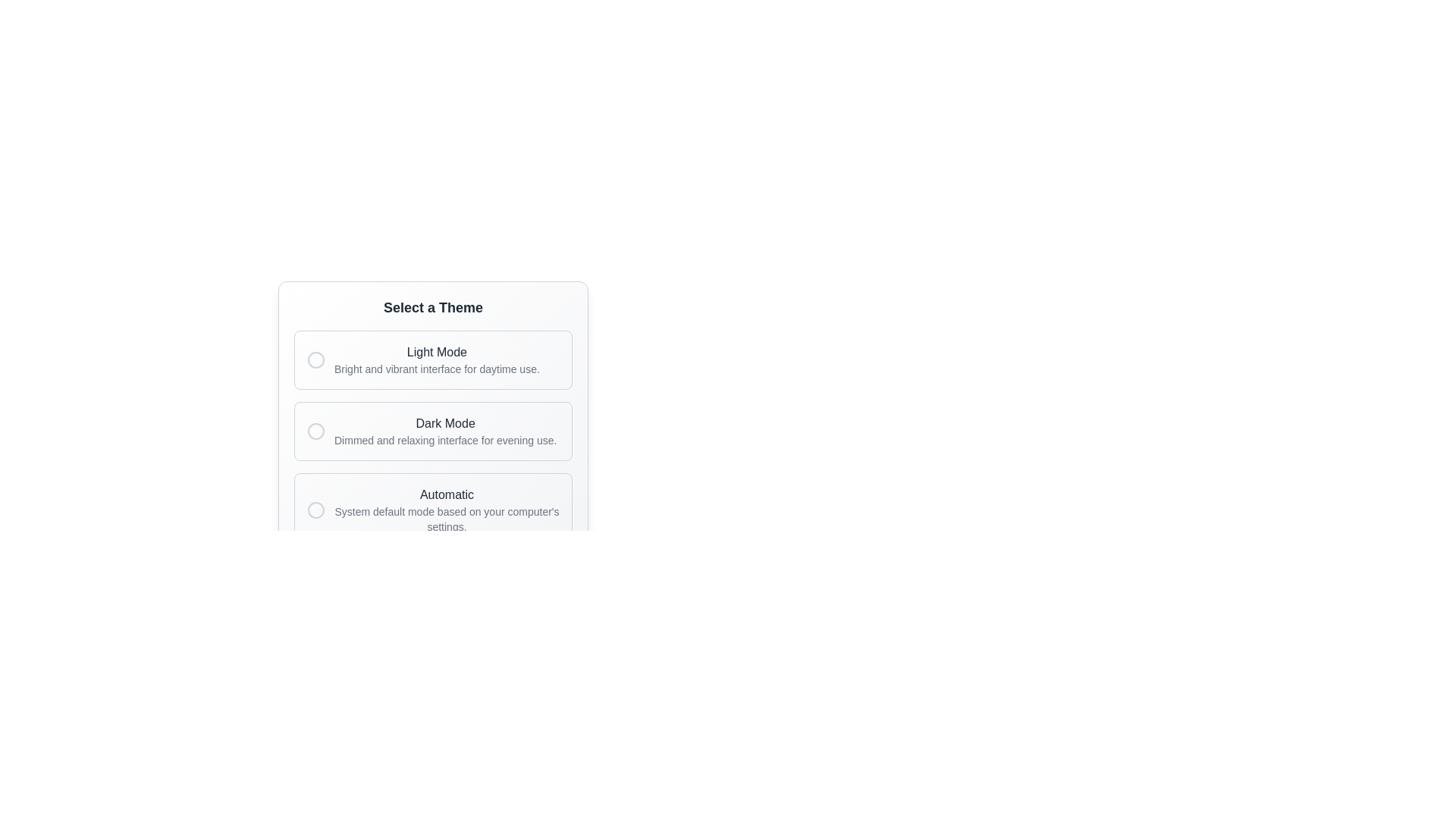 This screenshot has width=1456, height=819. I want to click on the first Option Card in the 'Select a Theme' list, so click(432, 359).